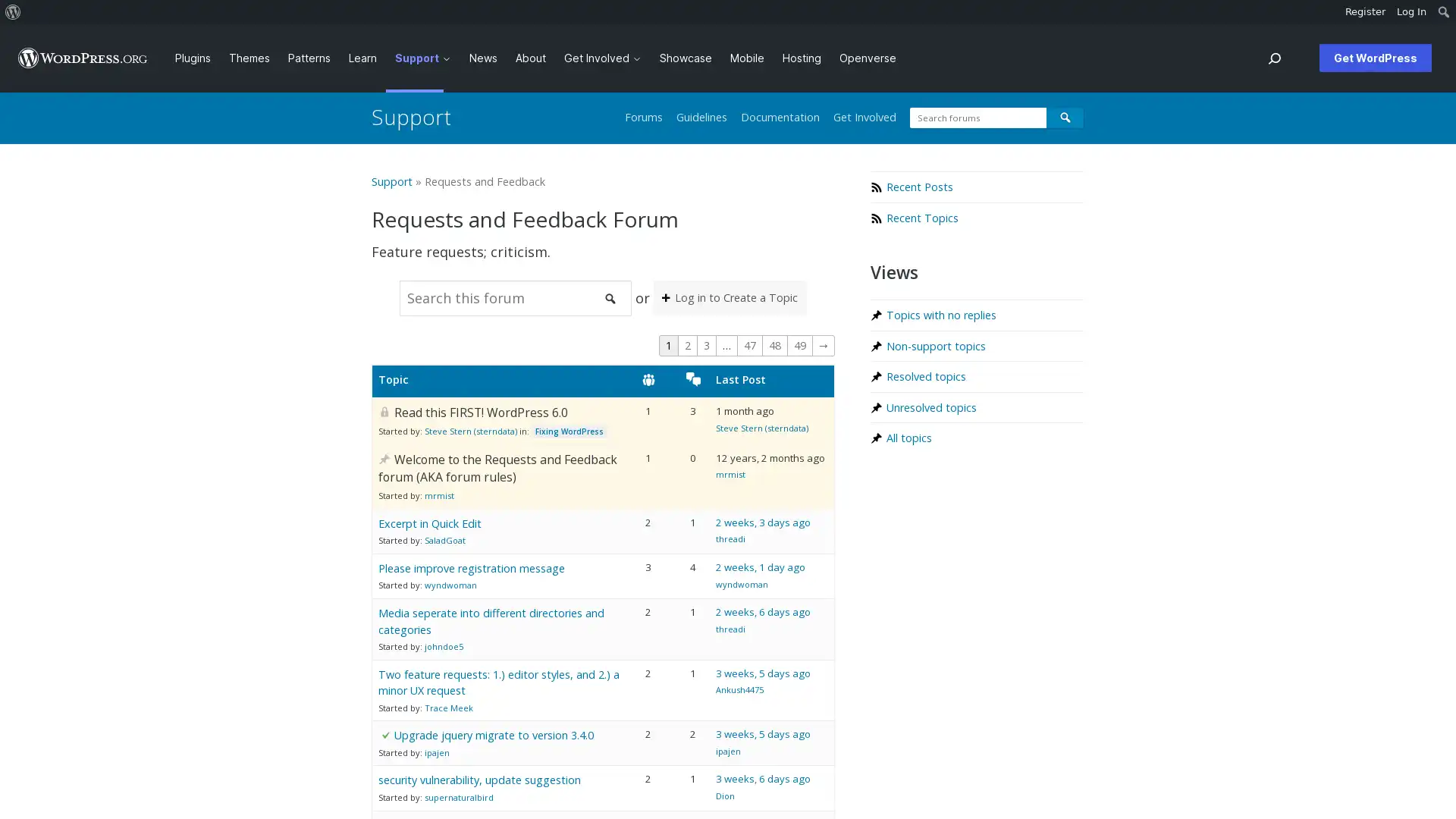  I want to click on Search forums, so click(1065, 117).